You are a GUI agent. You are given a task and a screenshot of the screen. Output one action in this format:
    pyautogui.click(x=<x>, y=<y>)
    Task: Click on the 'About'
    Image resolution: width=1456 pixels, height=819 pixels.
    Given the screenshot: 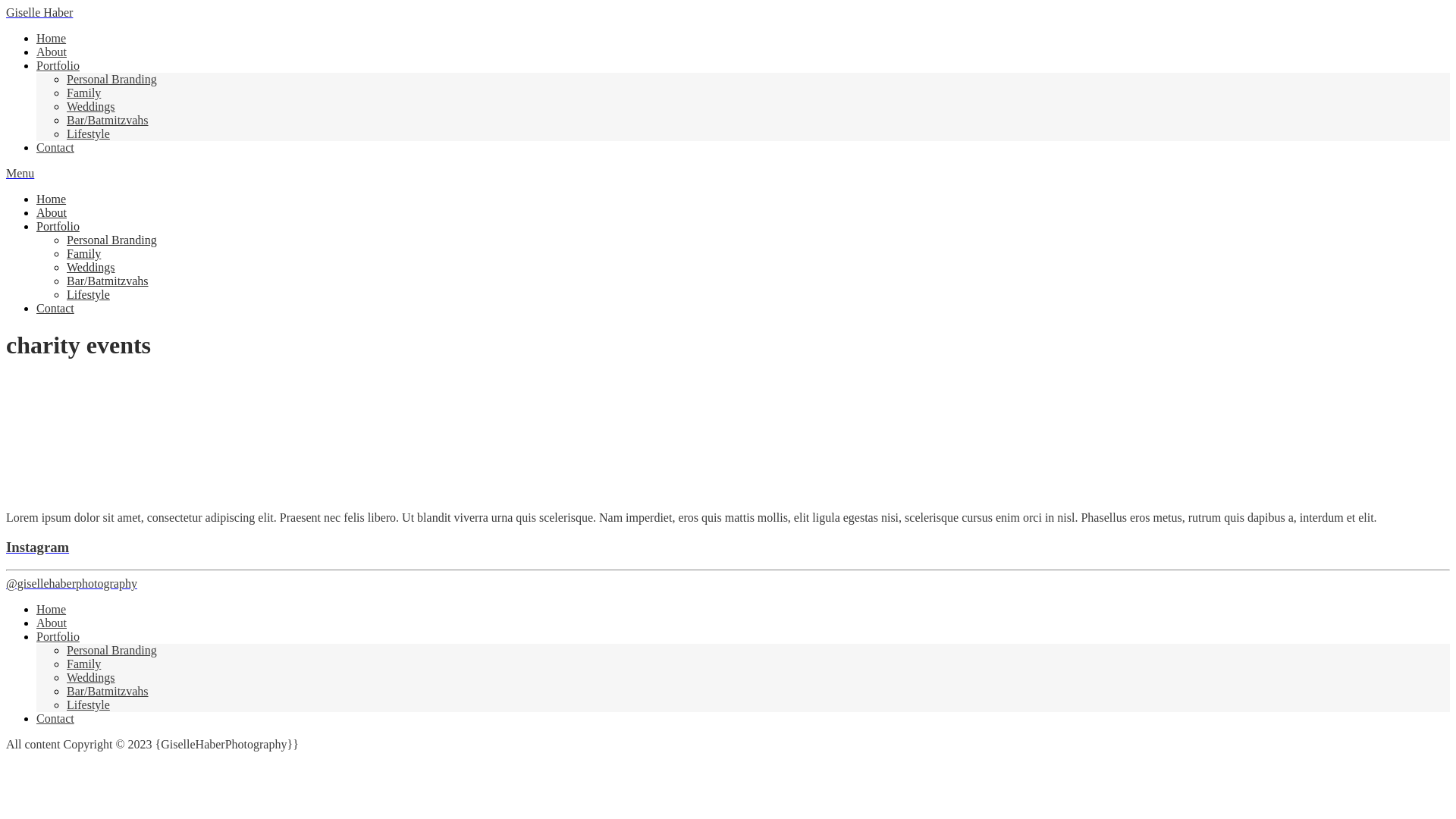 What is the action you would take?
    pyautogui.click(x=51, y=623)
    